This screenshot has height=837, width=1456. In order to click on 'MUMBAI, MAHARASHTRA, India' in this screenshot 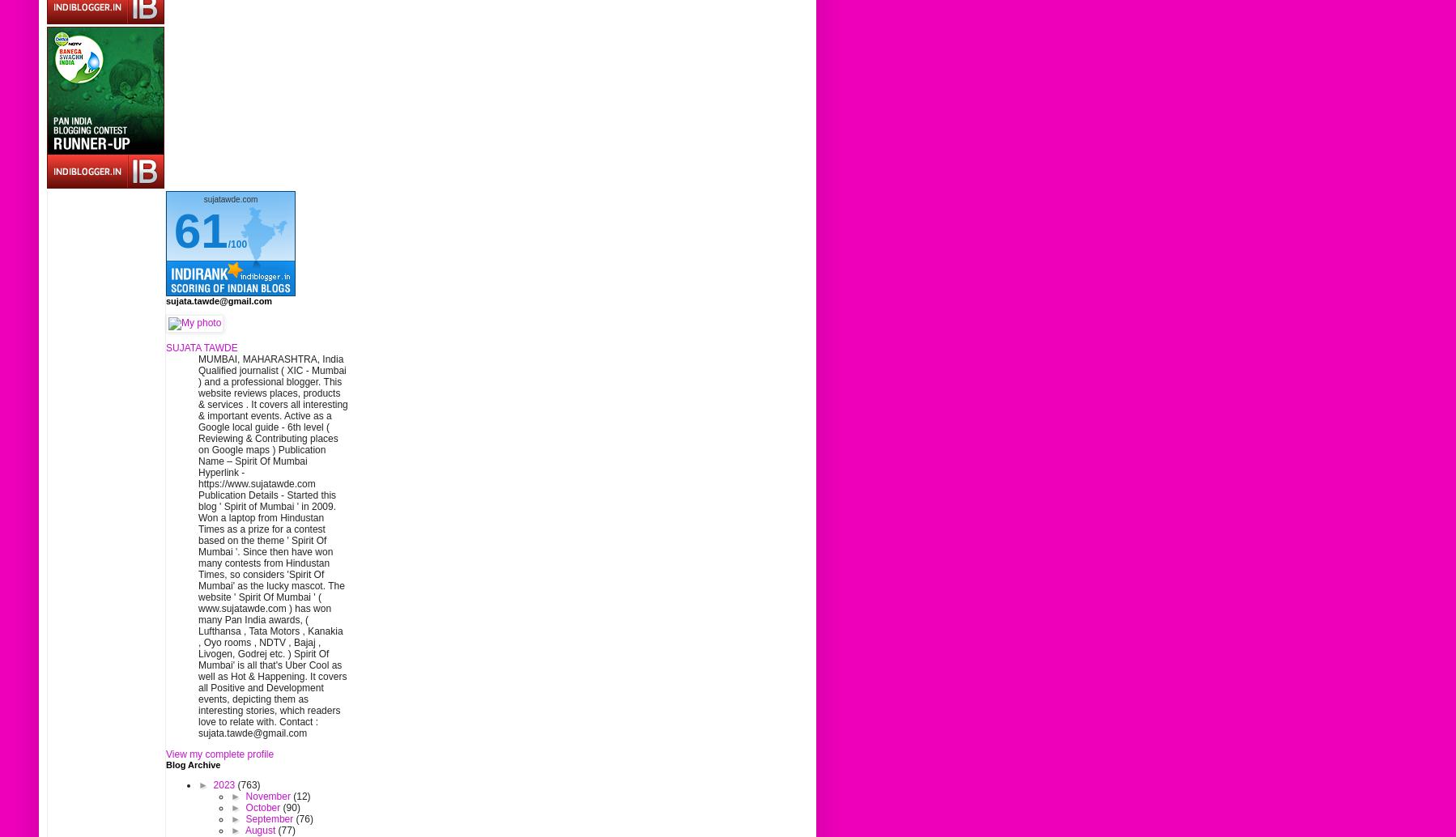, I will do `click(270, 358)`.